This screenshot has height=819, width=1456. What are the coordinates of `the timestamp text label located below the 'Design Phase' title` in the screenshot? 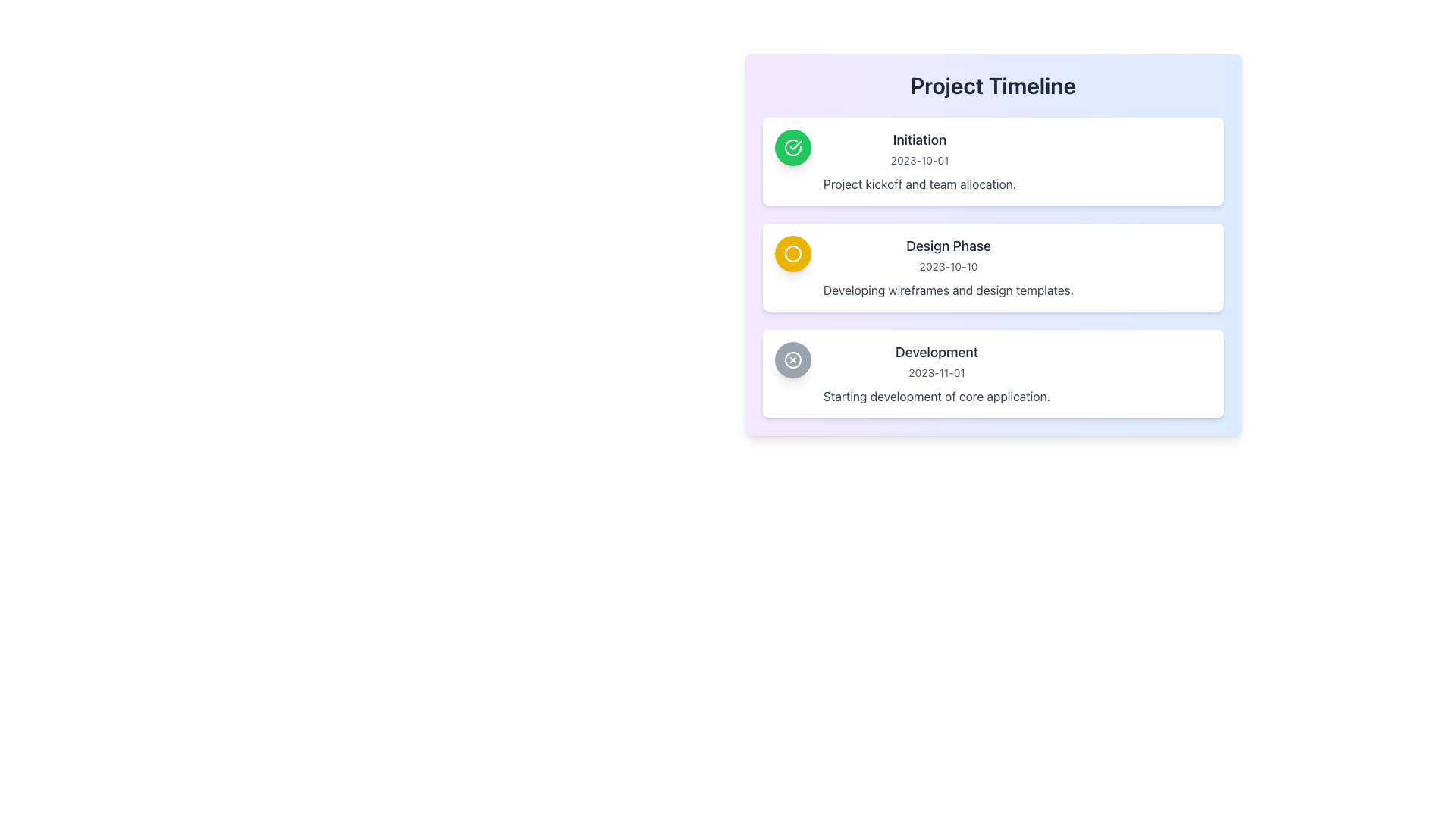 It's located at (948, 265).